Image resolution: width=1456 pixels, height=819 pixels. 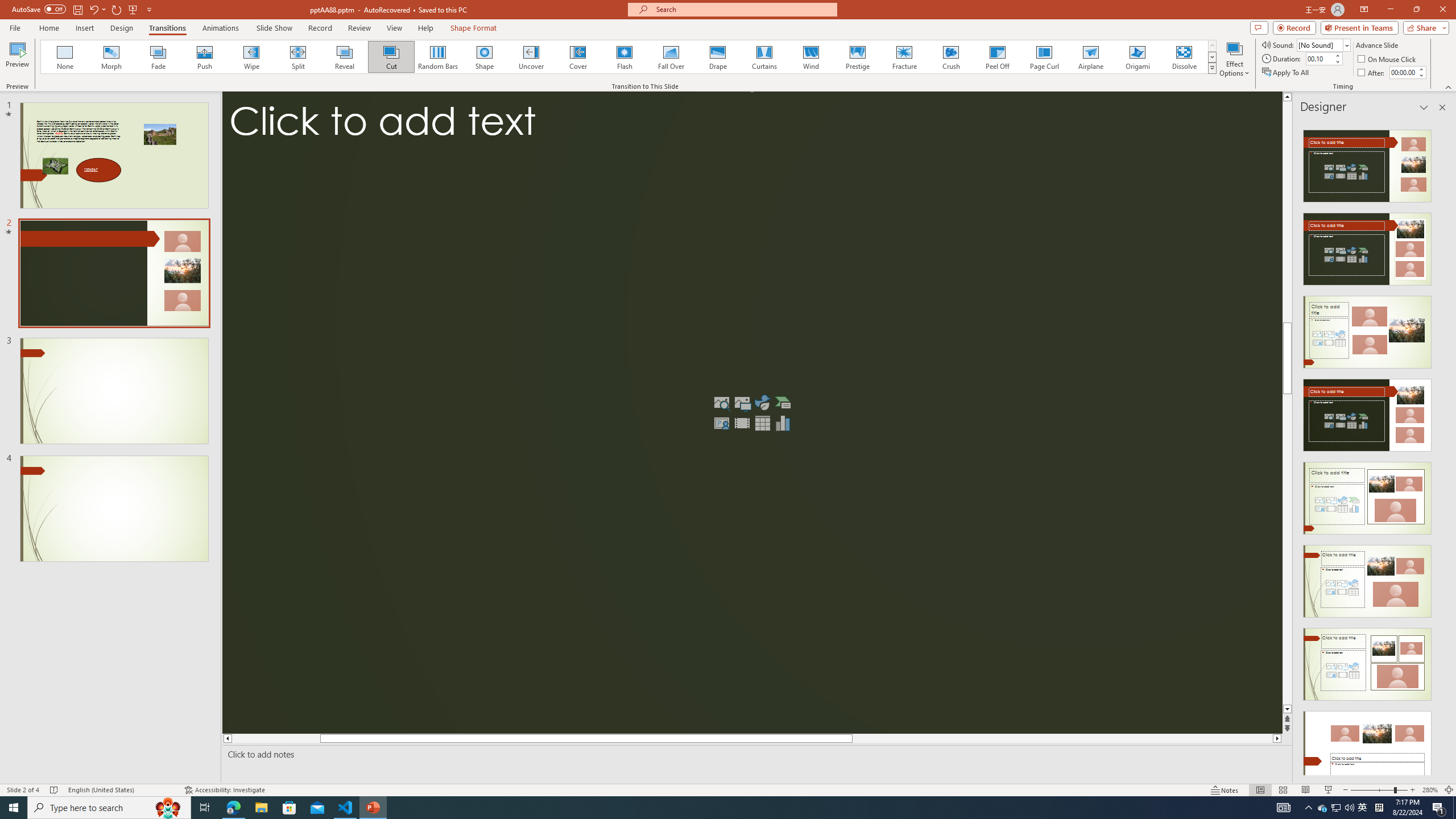 What do you see at coordinates (1212, 67) in the screenshot?
I see `'Transition Effects'` at bounding box center [1212, 67].